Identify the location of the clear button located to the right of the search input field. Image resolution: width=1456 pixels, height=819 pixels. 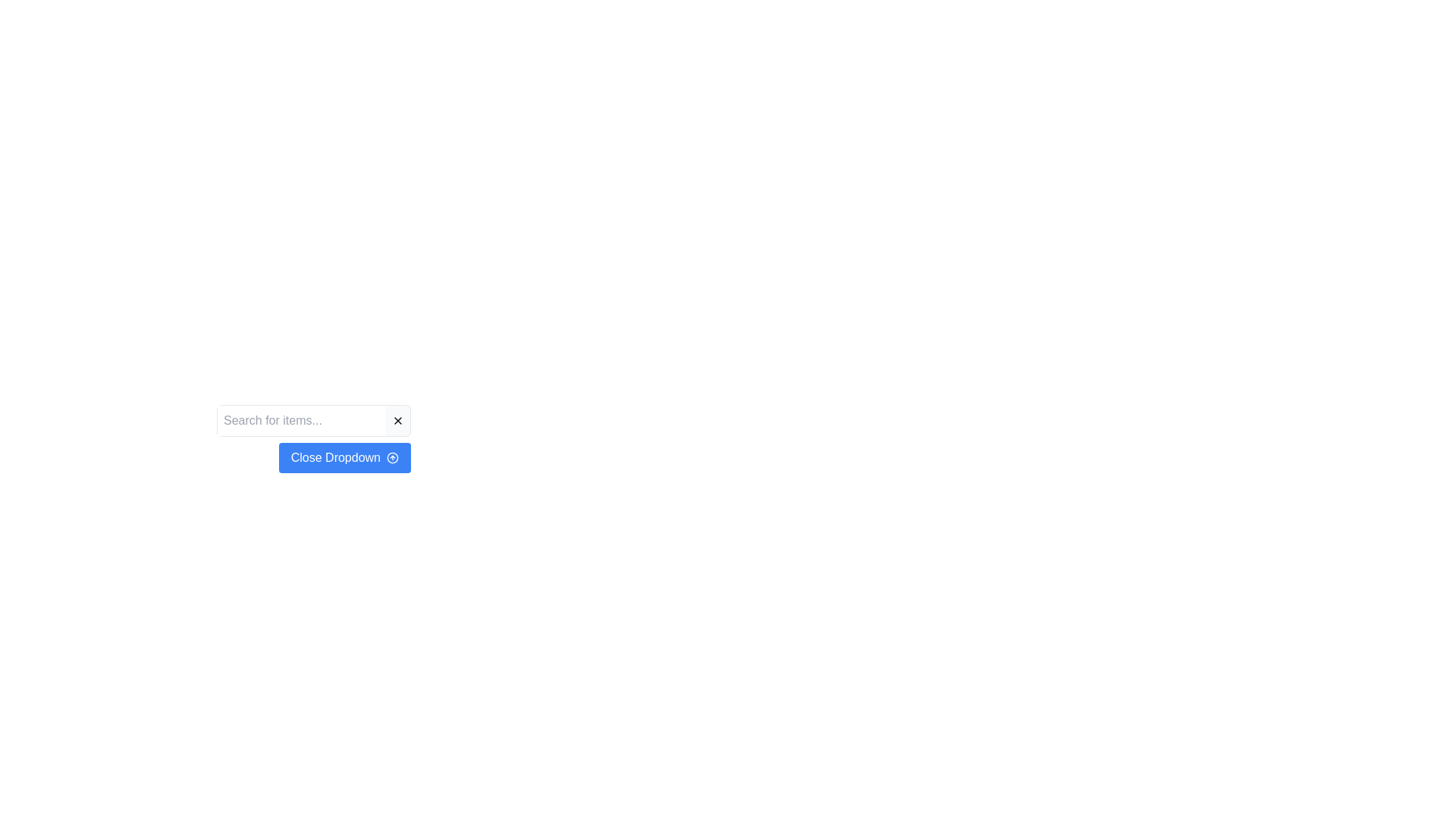
(397, 421).